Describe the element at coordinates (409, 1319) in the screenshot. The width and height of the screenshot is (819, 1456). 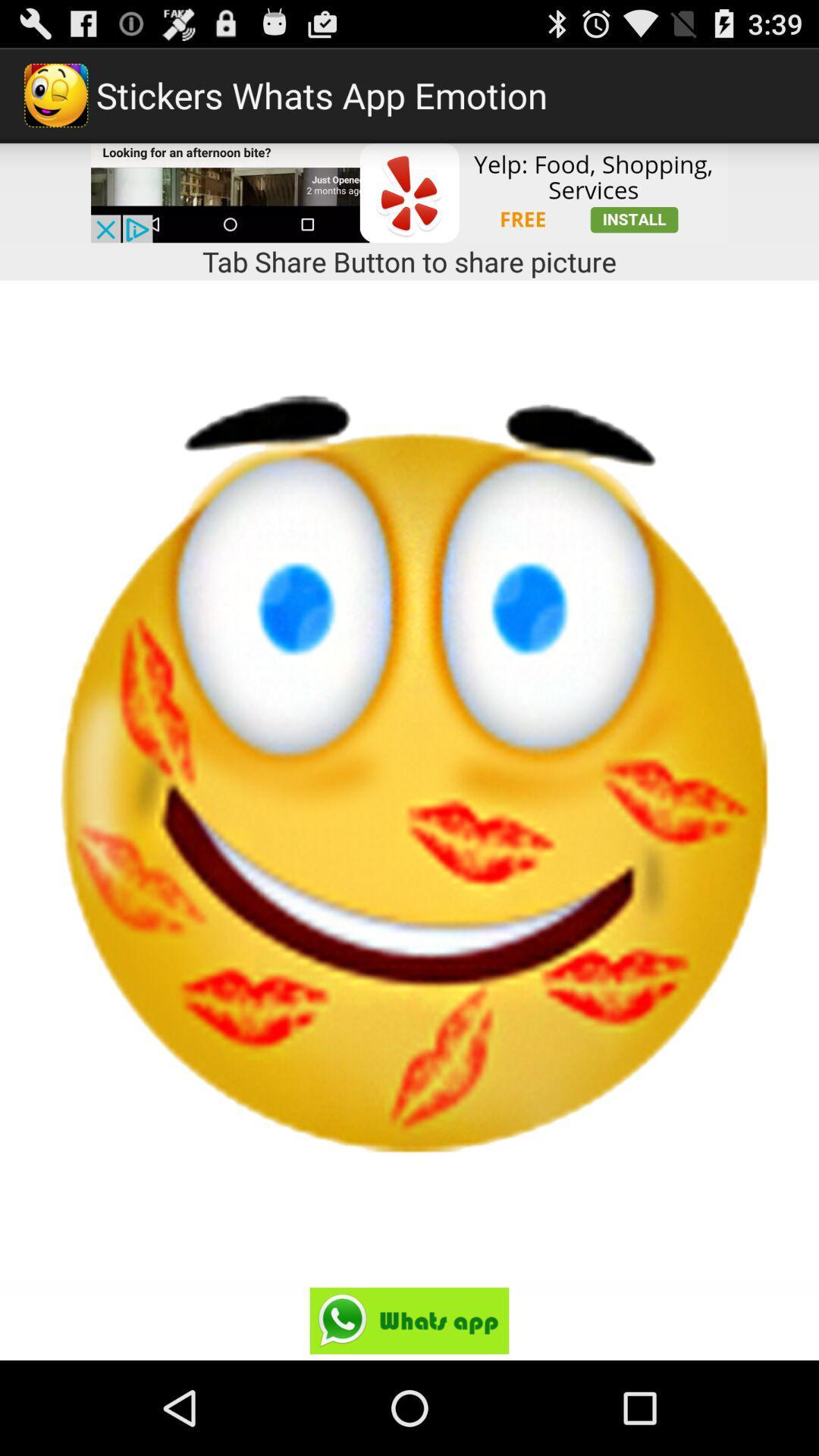
I see `next` at that location.